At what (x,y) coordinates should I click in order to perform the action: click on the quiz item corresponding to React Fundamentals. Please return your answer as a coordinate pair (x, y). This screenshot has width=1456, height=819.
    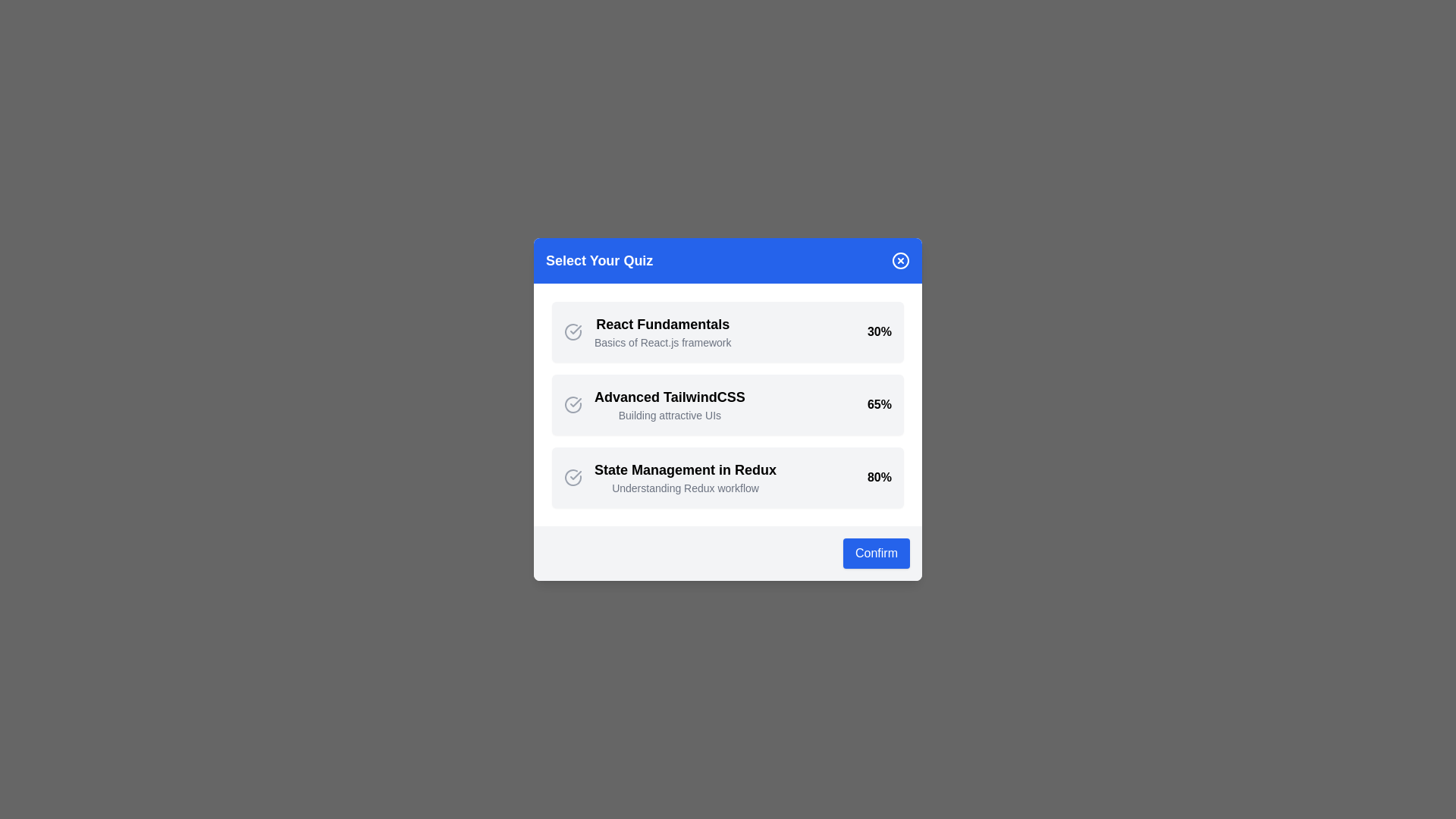
    Looking at the image, I should click on (728, 331).